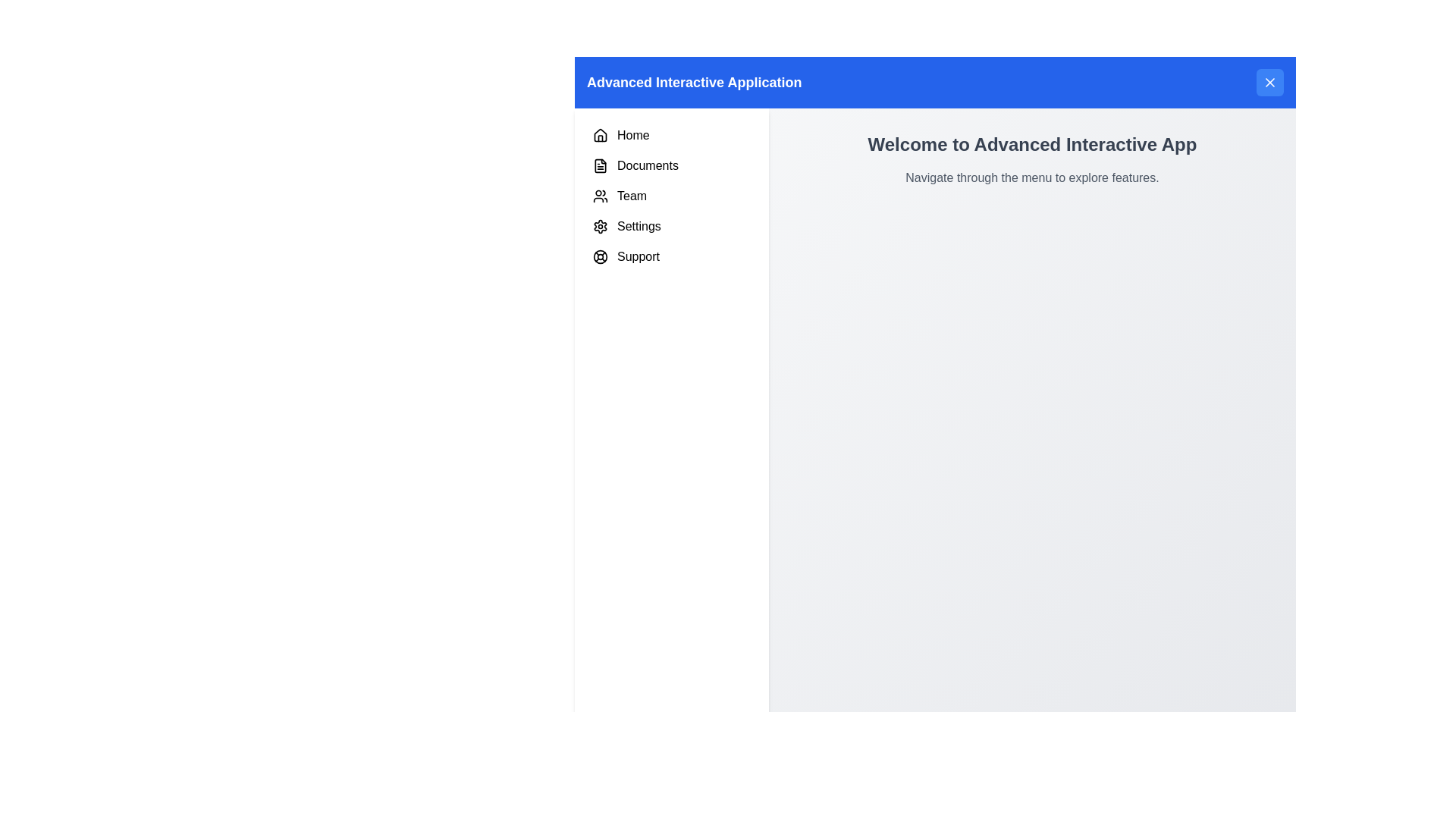  What do you see at coordinates (632, 195) in the screenshot?
I see `the 'Team' text label in the vertical navigation menu` at bounding box center [632, 195].